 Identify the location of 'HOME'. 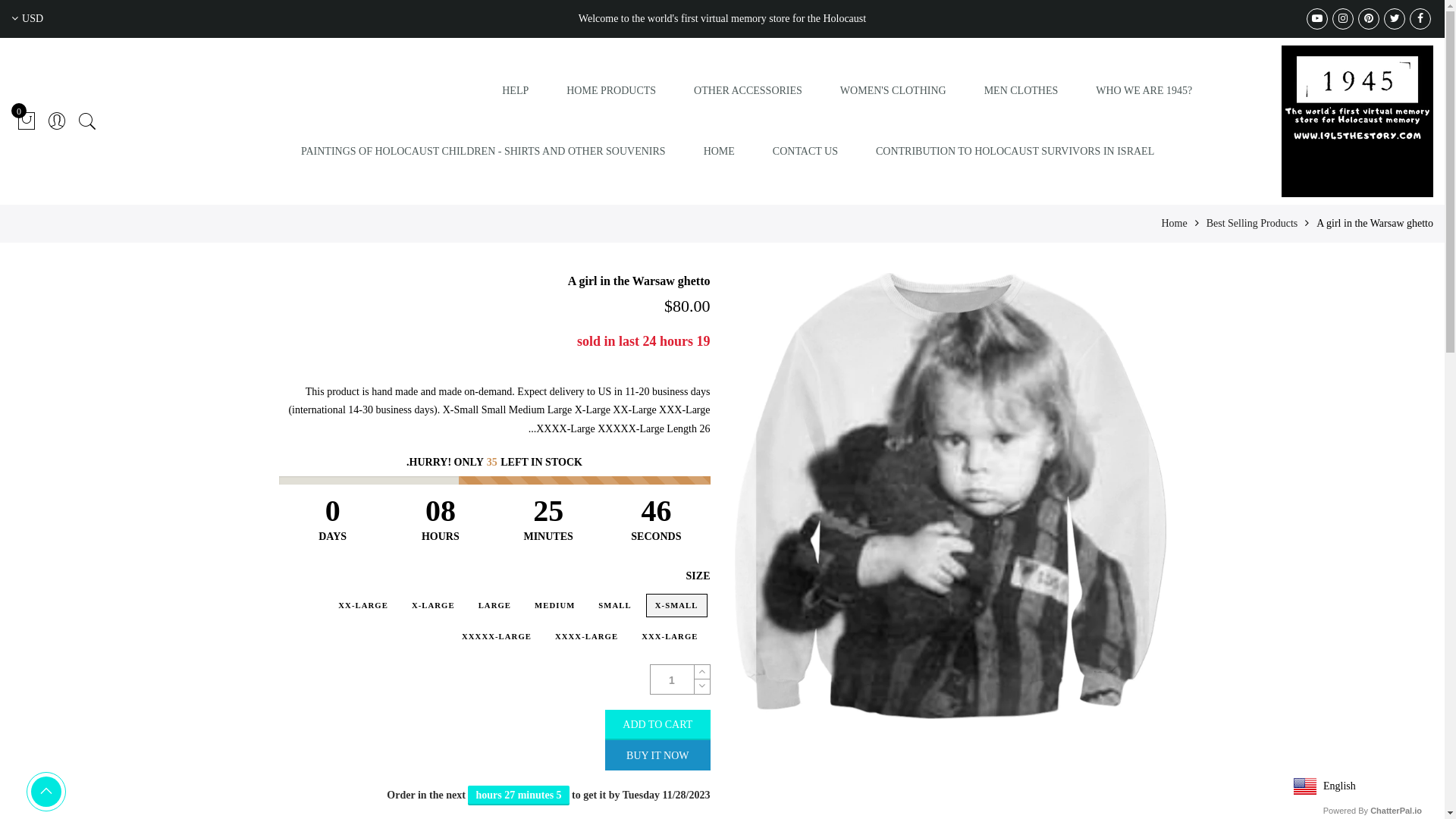
(718, 151).